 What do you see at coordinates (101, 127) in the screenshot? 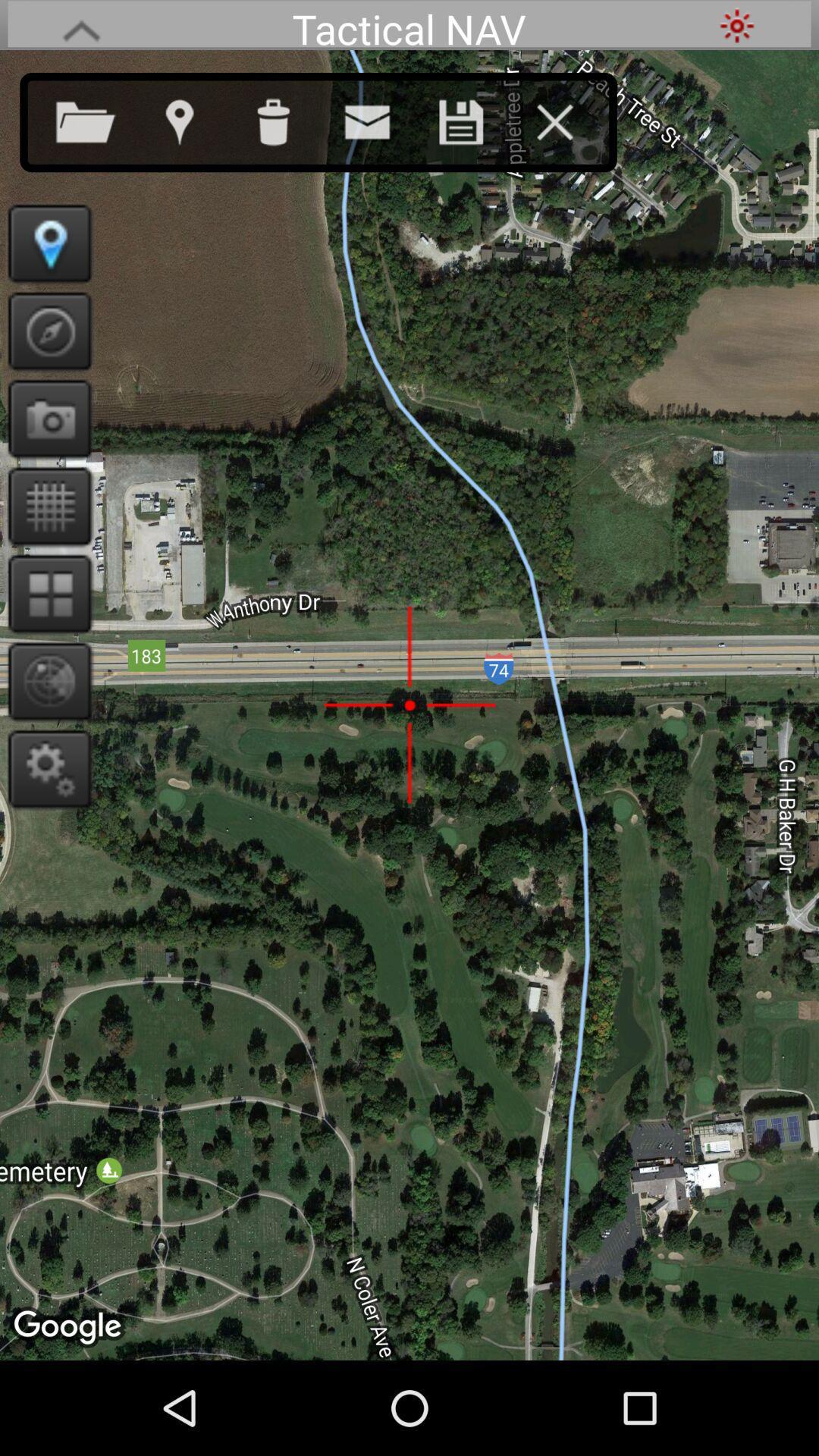
I see `the folder icon` at bounding box center [101, 127].